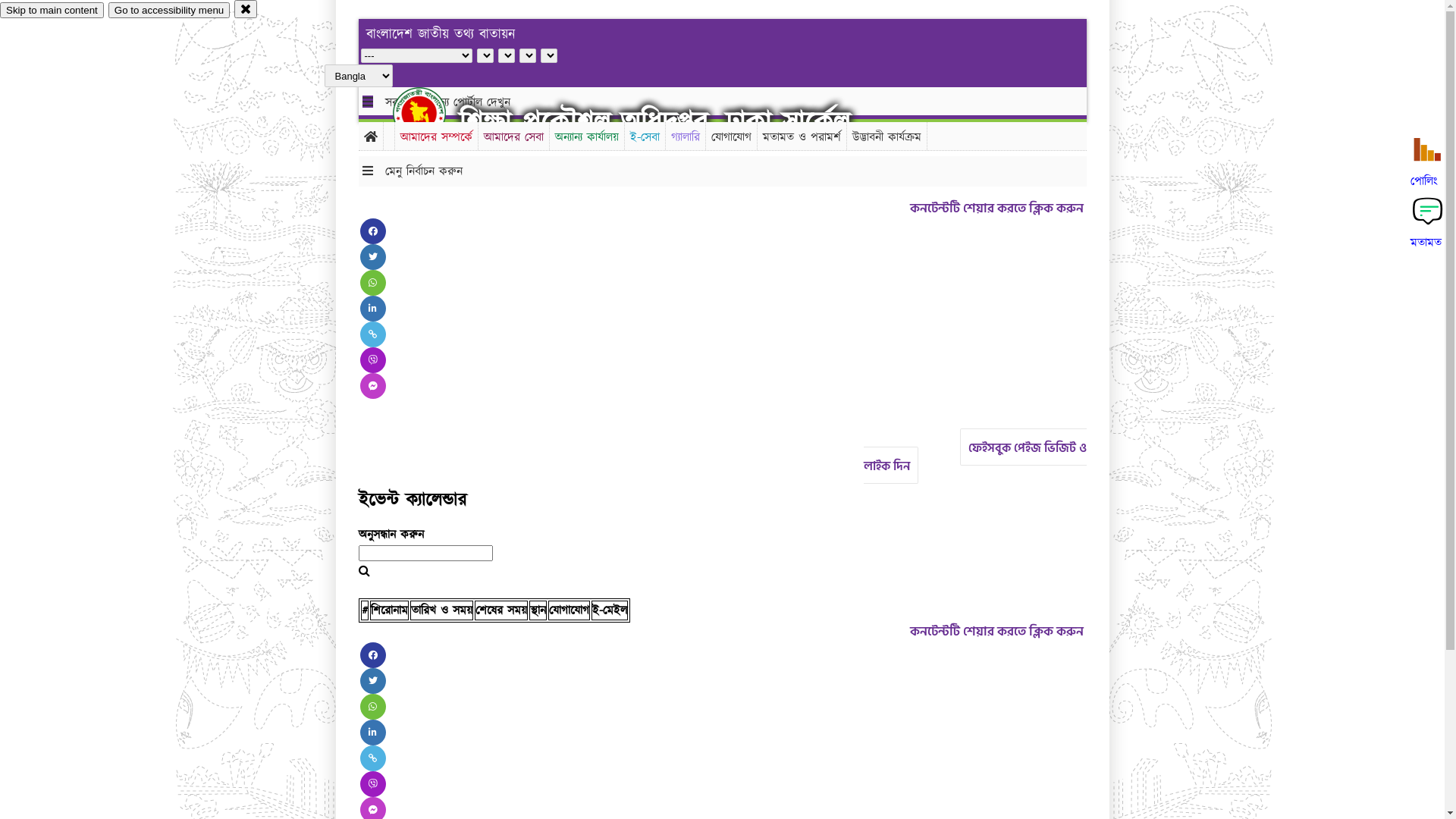 This screenshot has height=819, width=1456. What do you see at coordinates (431, 112) in the screenshot?
I see `'` at bounding box center [431, 112].